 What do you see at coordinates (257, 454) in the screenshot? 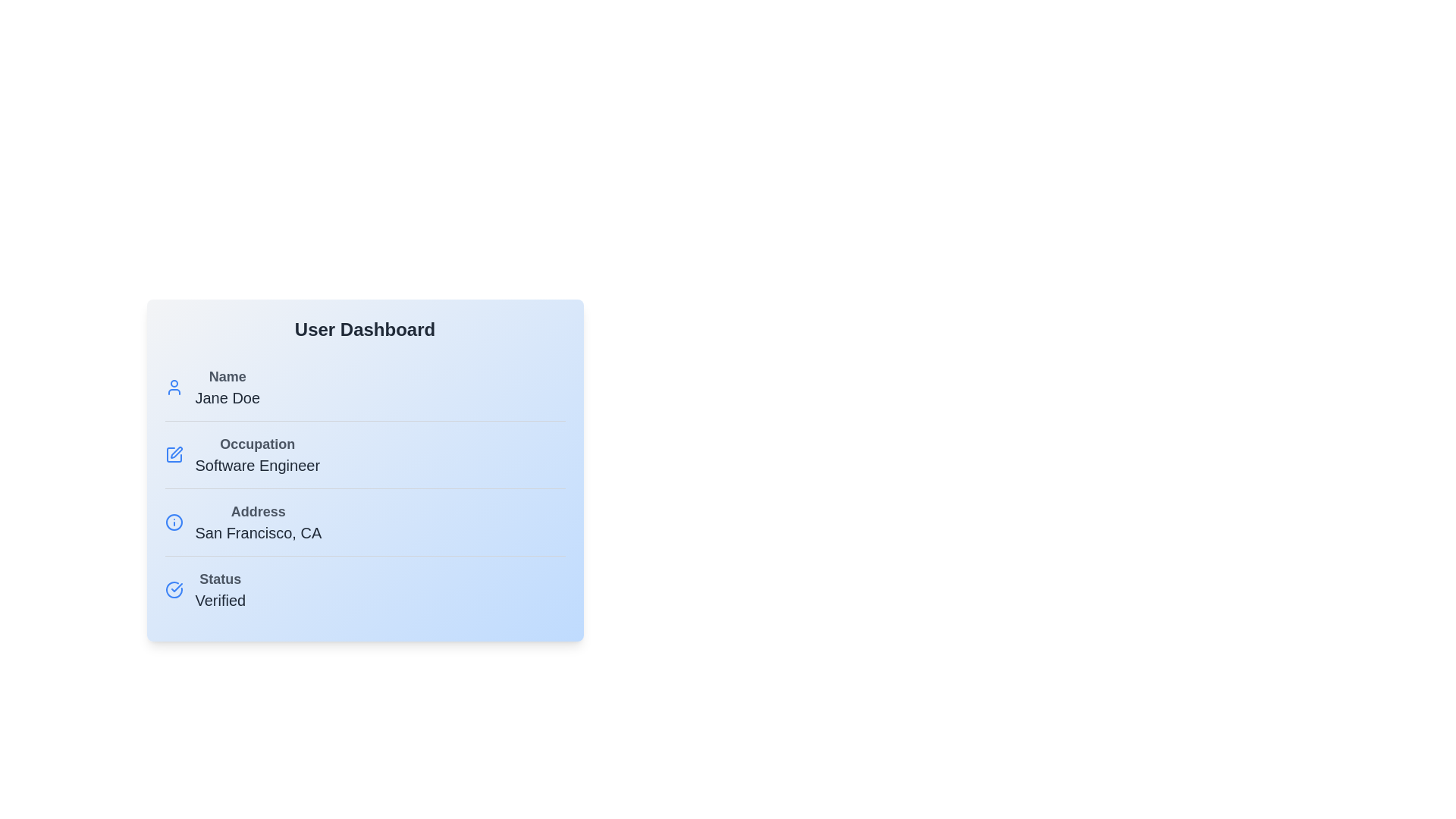
I see `text content of the 'Occupation' display element which shows 'Software Engineer' below the bold header 'Occupation'` at bounding box center [257, 454].